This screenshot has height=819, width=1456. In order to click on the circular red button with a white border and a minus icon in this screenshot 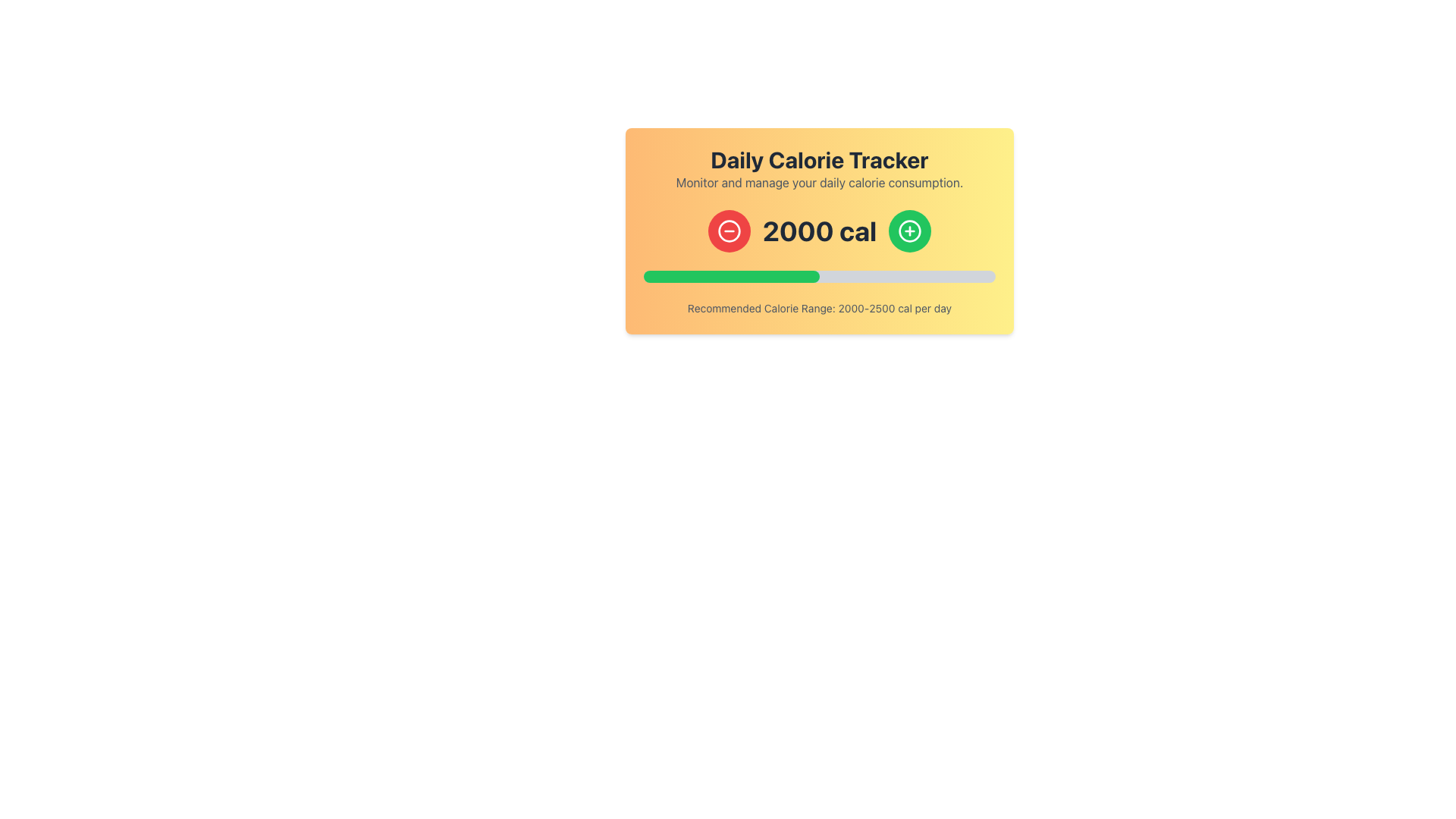, I will do `click(729, 231)`.